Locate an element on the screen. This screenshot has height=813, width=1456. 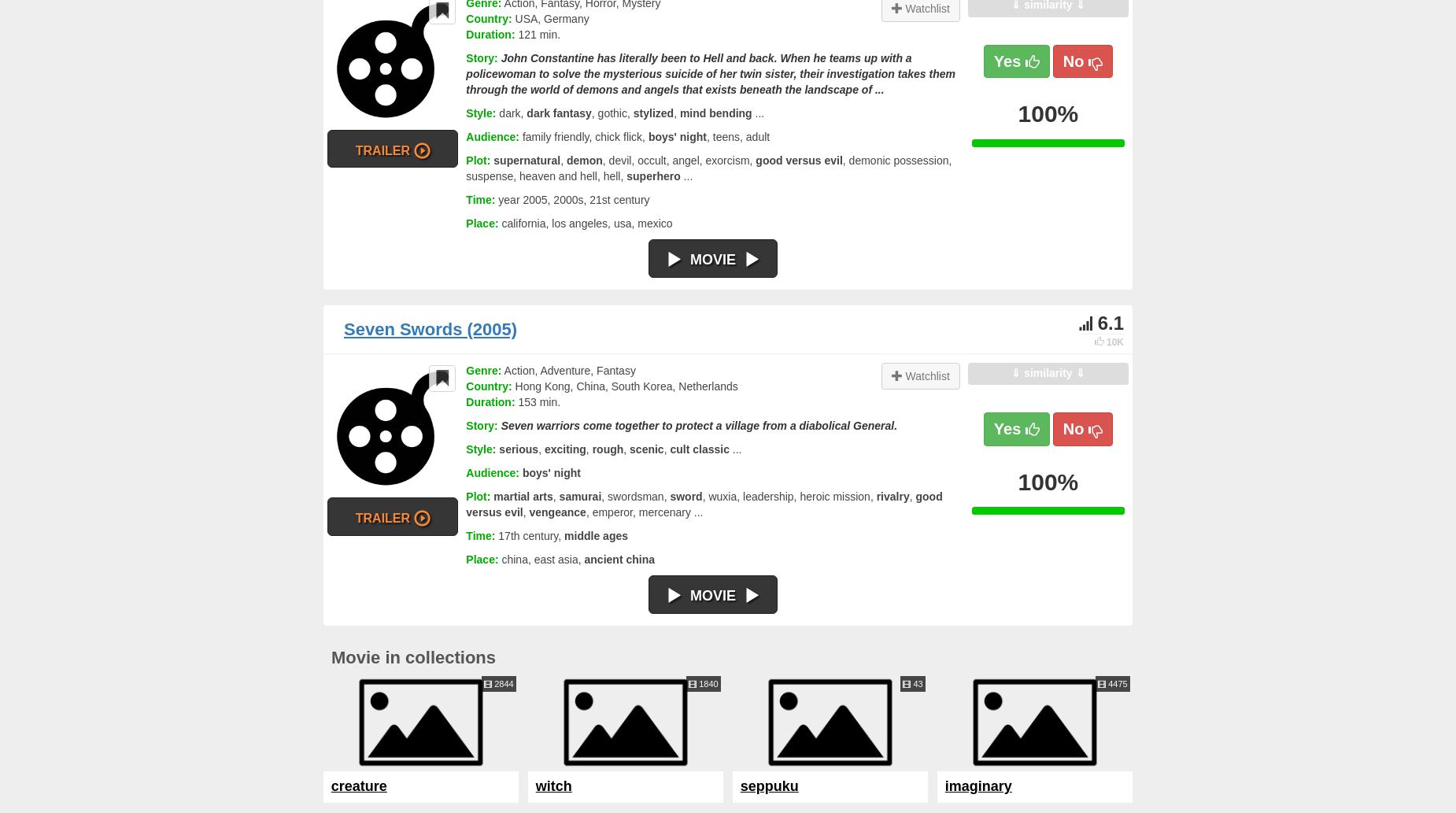
'43' is located at coordinates (915, 682).